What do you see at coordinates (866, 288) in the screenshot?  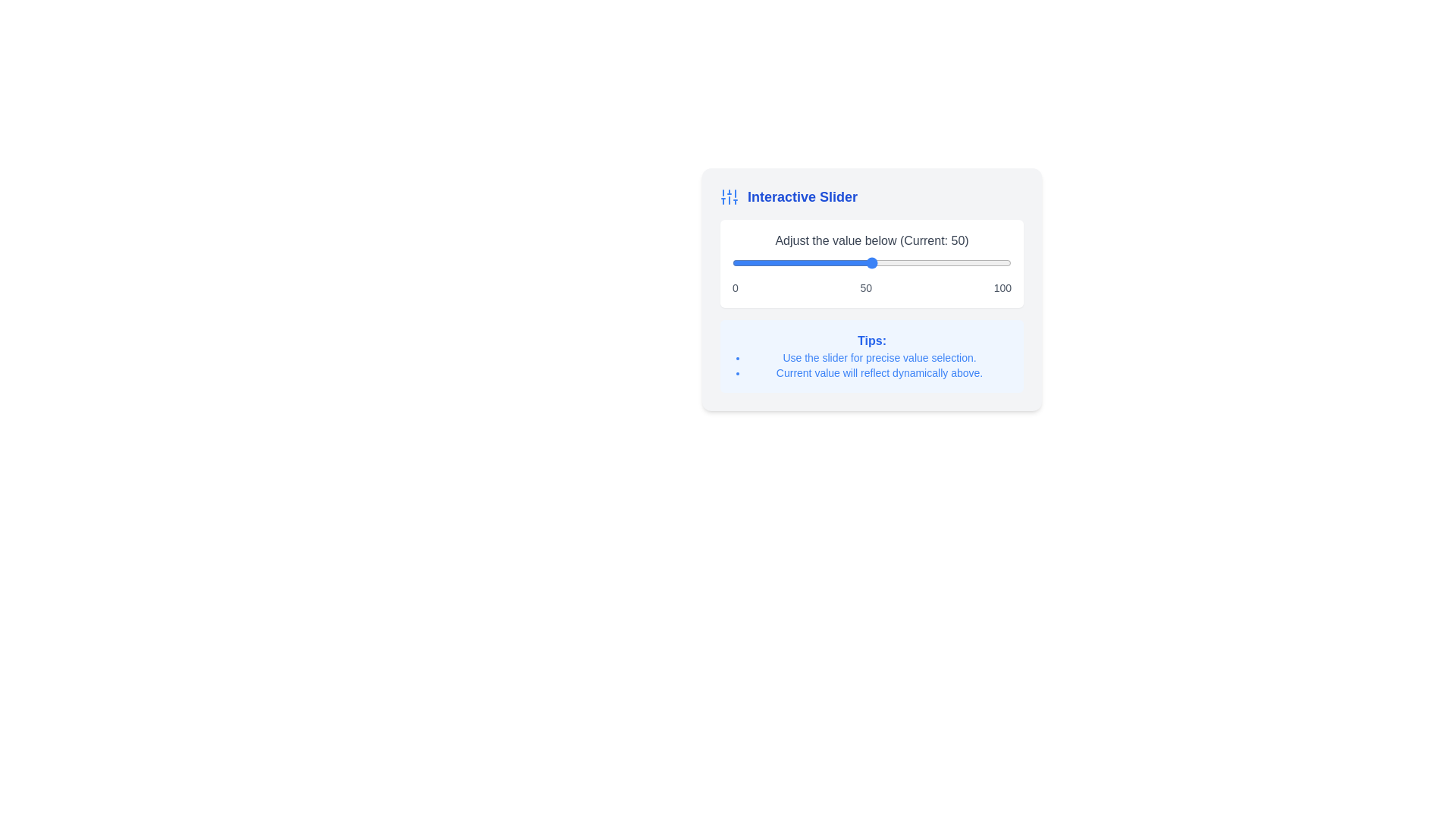 I see `the text label displaying the number '50', which is centrally positioned between the text elements '0' and '100' on a horizontal strip beneath a slider component` at bounding box center [866, 288].